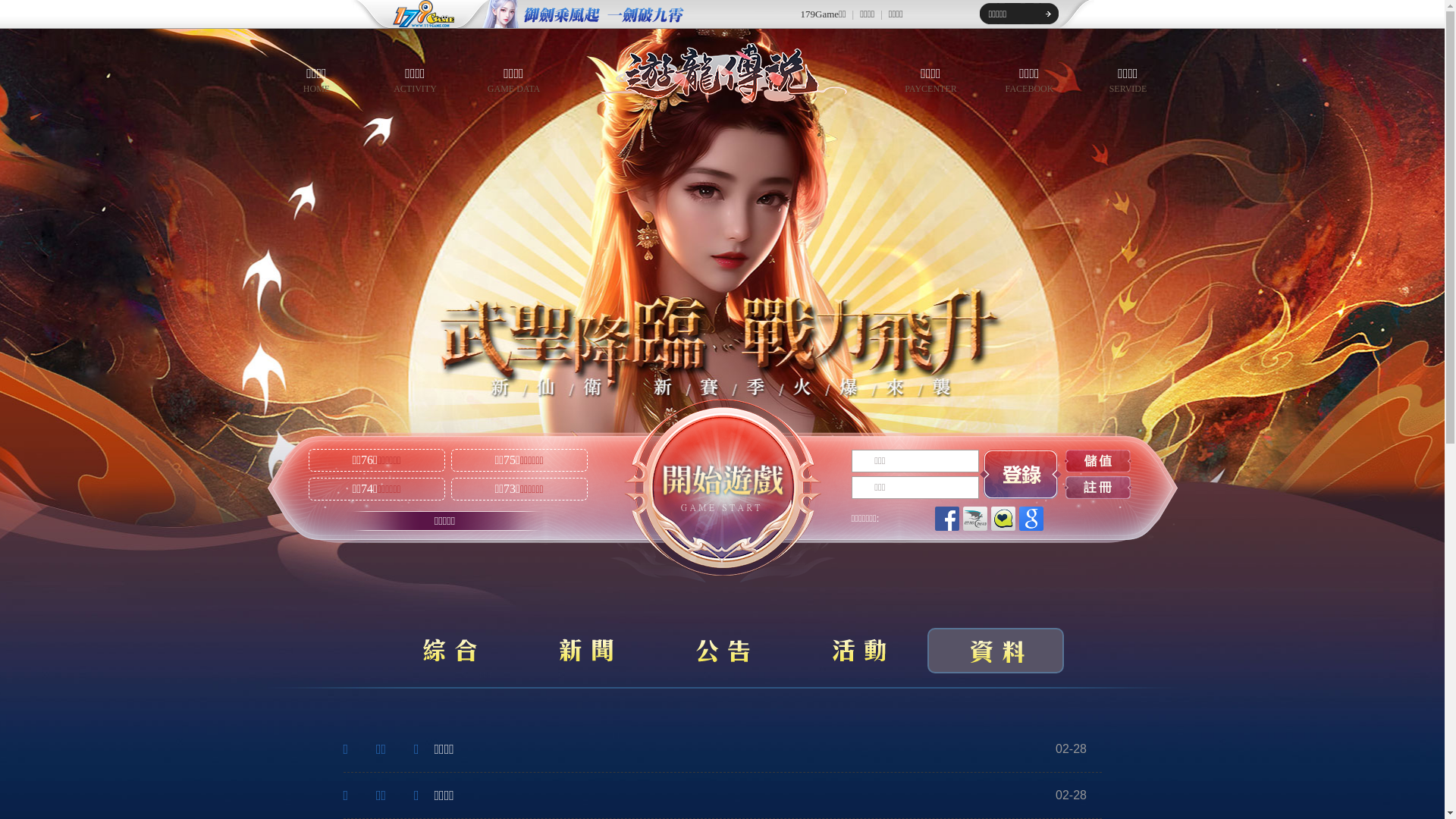  What do you see at coordinates (349, 14) in the screenshot?
I see `'179game'` at bounding box center [349, 14].